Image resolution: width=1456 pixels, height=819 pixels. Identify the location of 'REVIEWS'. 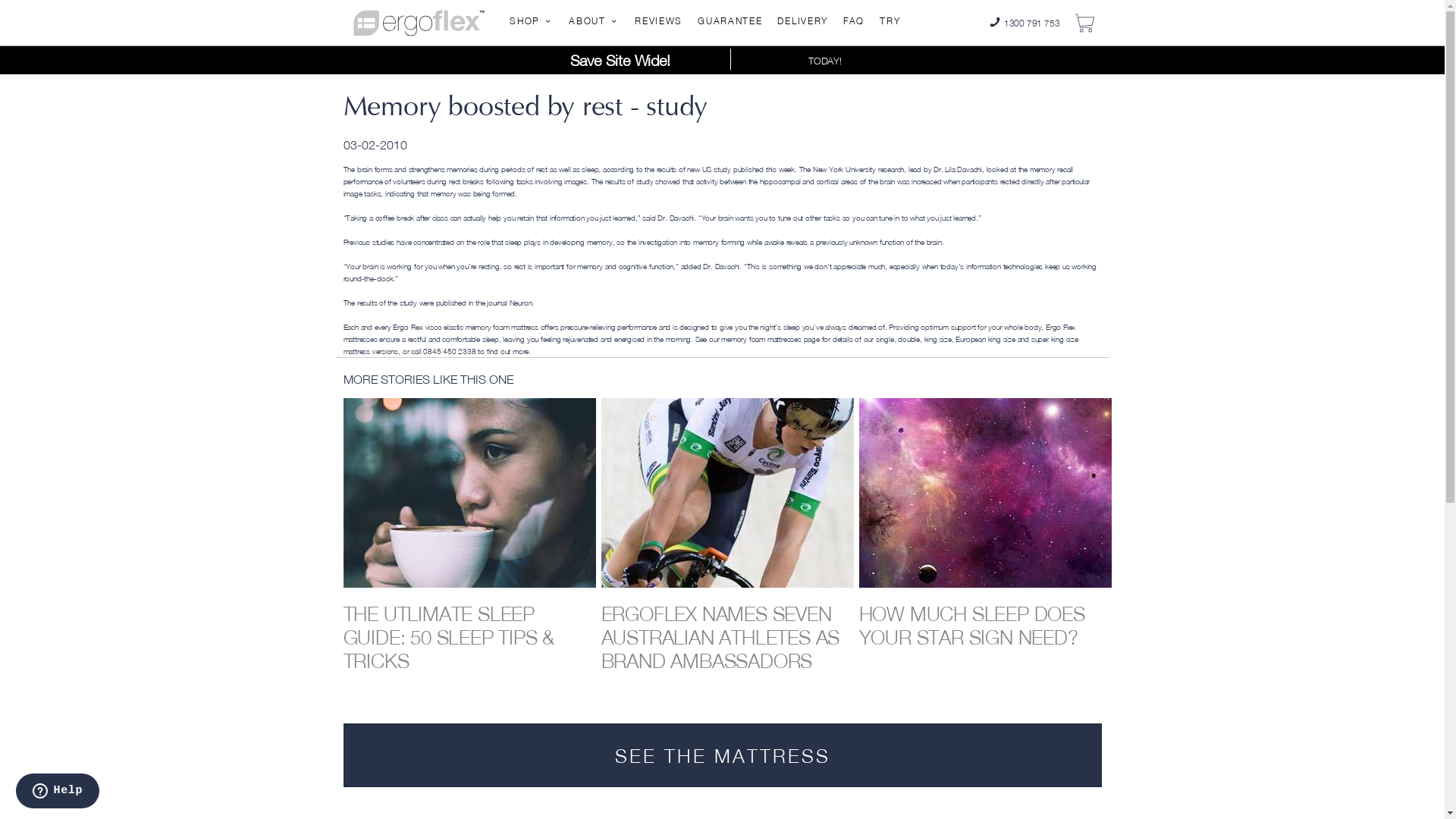
(658, 20).